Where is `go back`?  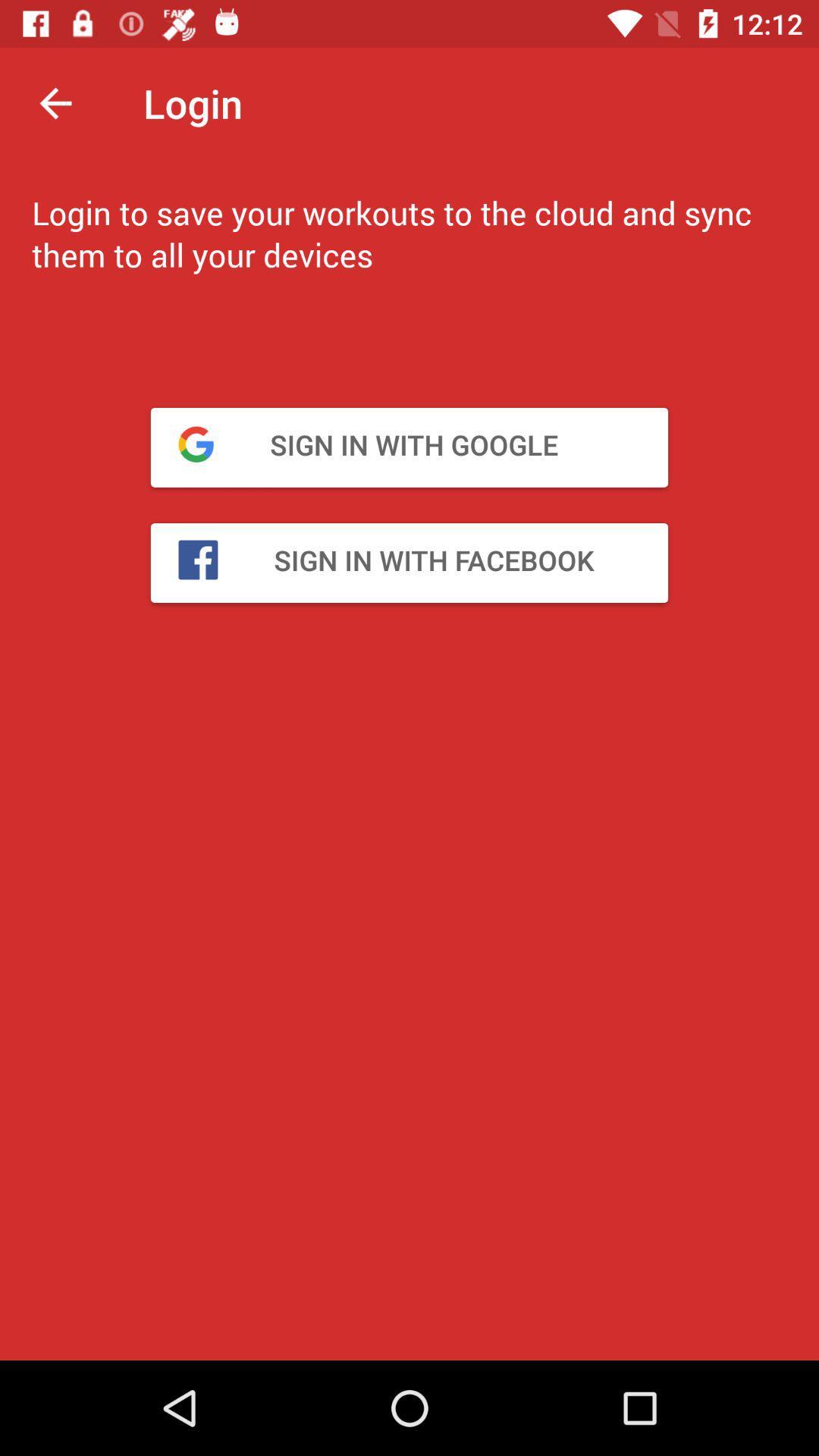 go back is located at coordinates (55, 102).